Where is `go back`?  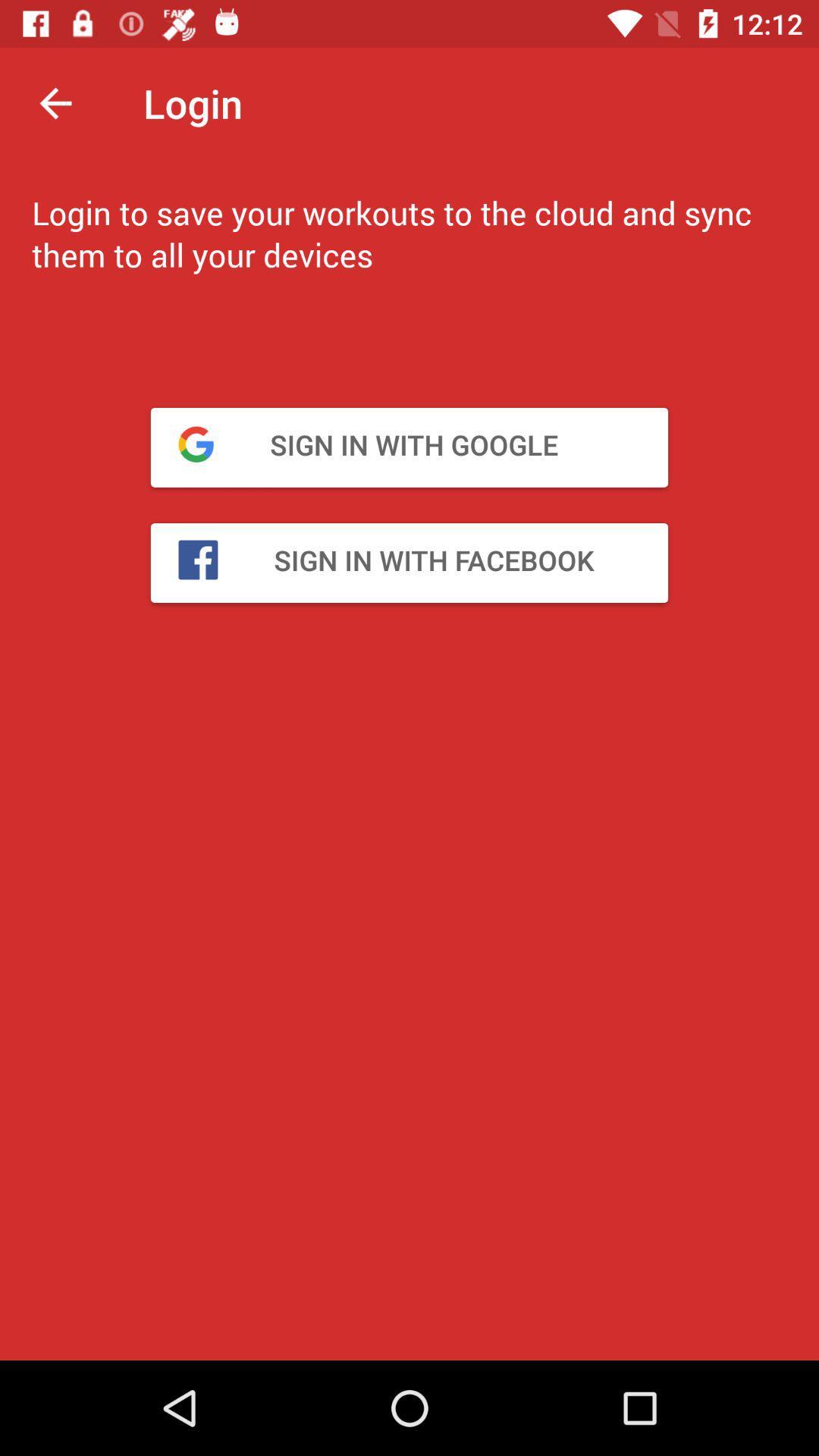 go back is located at coordinates (55, 102).